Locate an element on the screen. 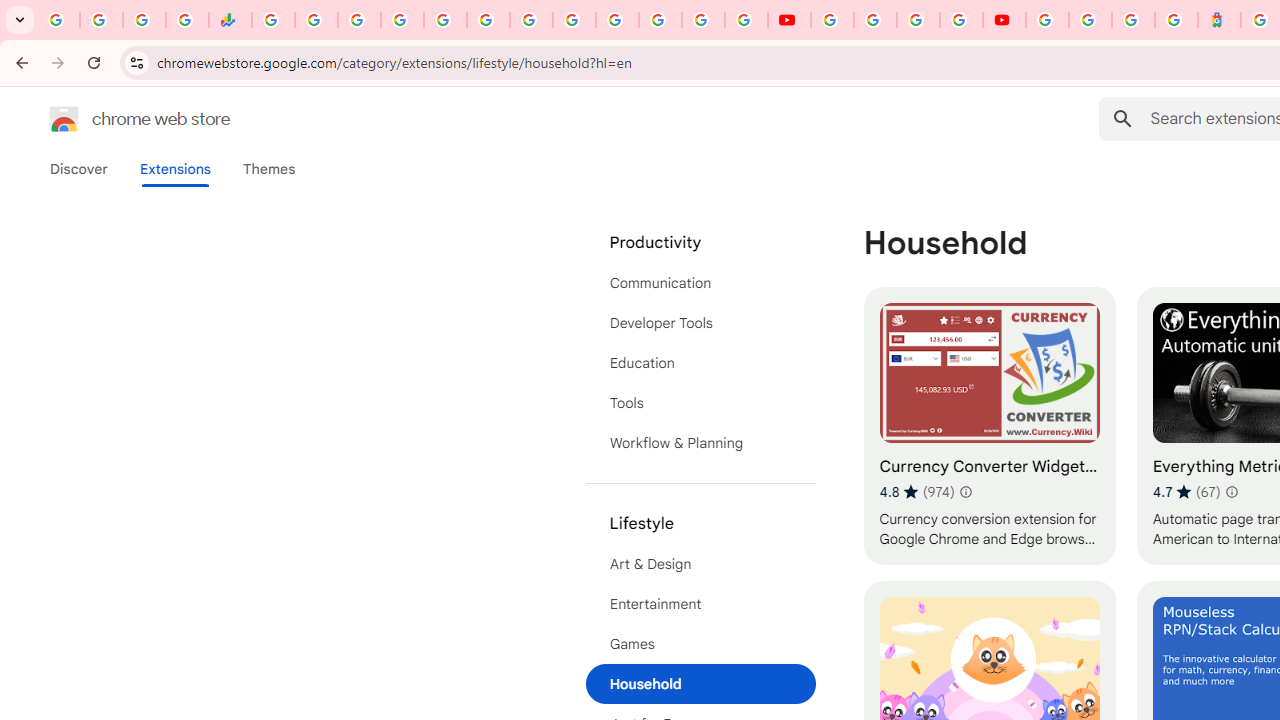  'Google Account Help' is located at coordinates (875, 20).